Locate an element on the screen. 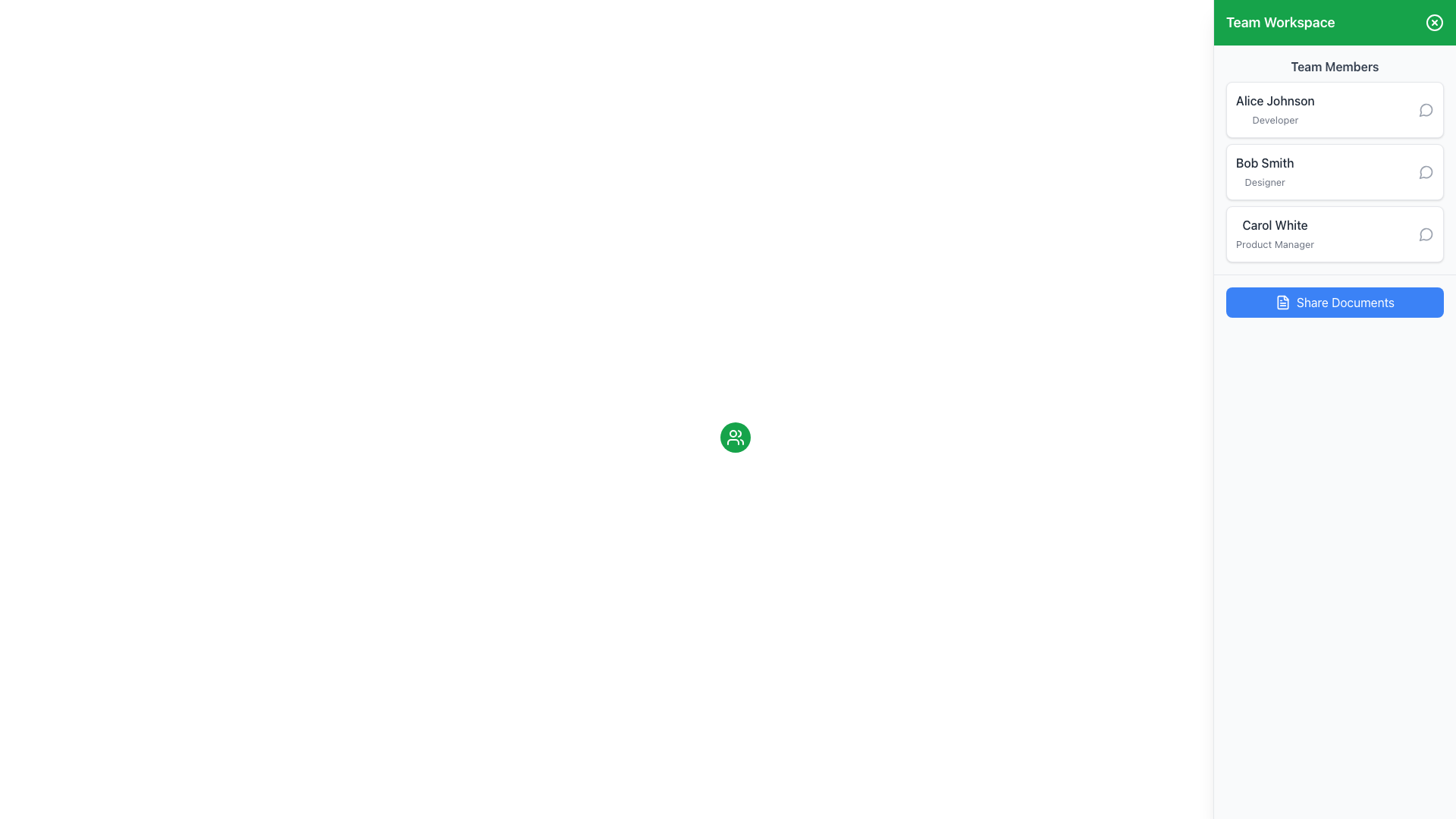 The image size is (1456, 819). information displayed on the text label showing 'Bob Smith' and 'Designer' within the user card in the 'Team Members' section is located at coordinates (1265, 171).